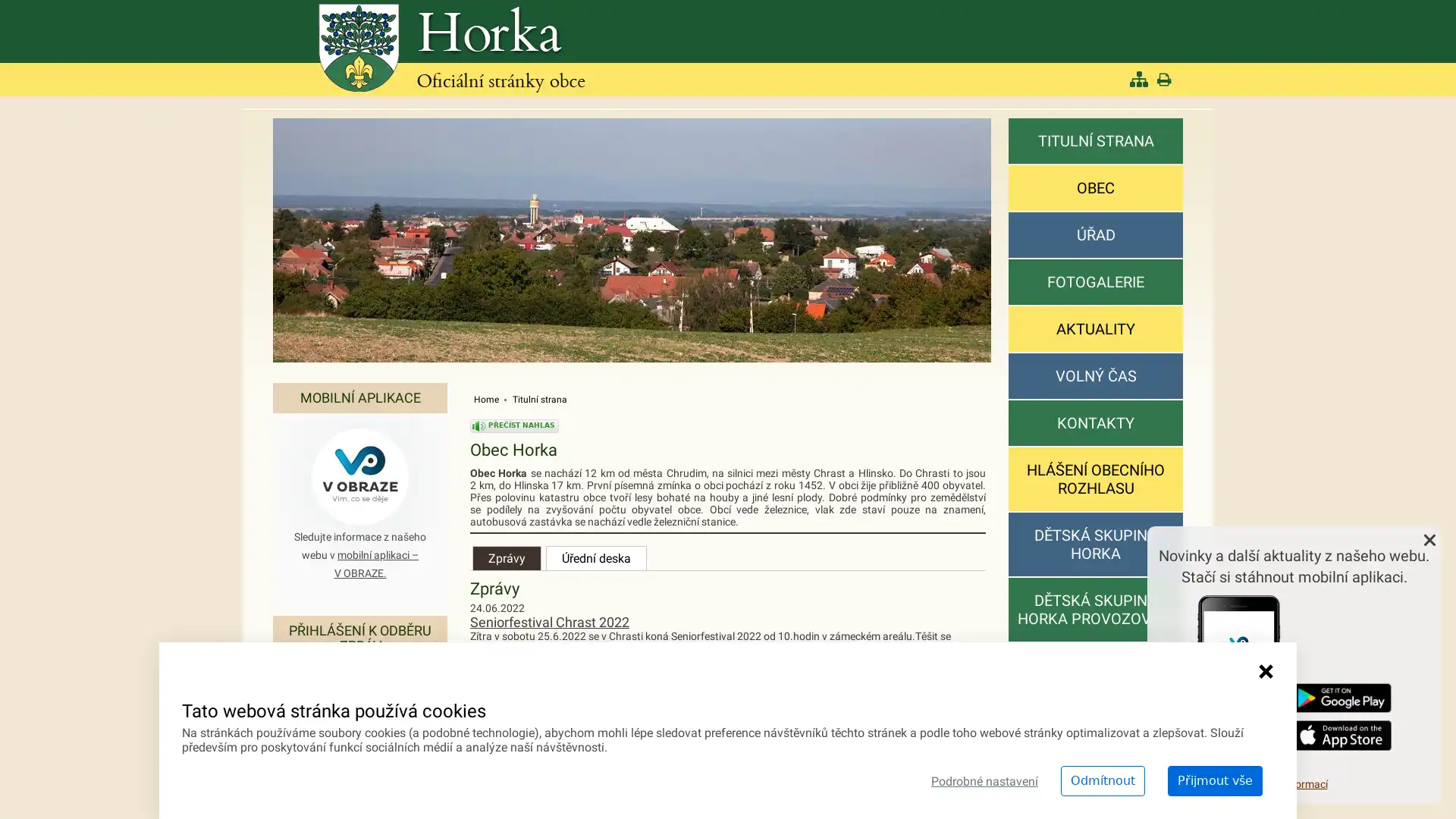 The image size is (1456, 819). Describe the element at coordinates (1215, 780) in the screenshot. I see `Prijmout vse` at that location.